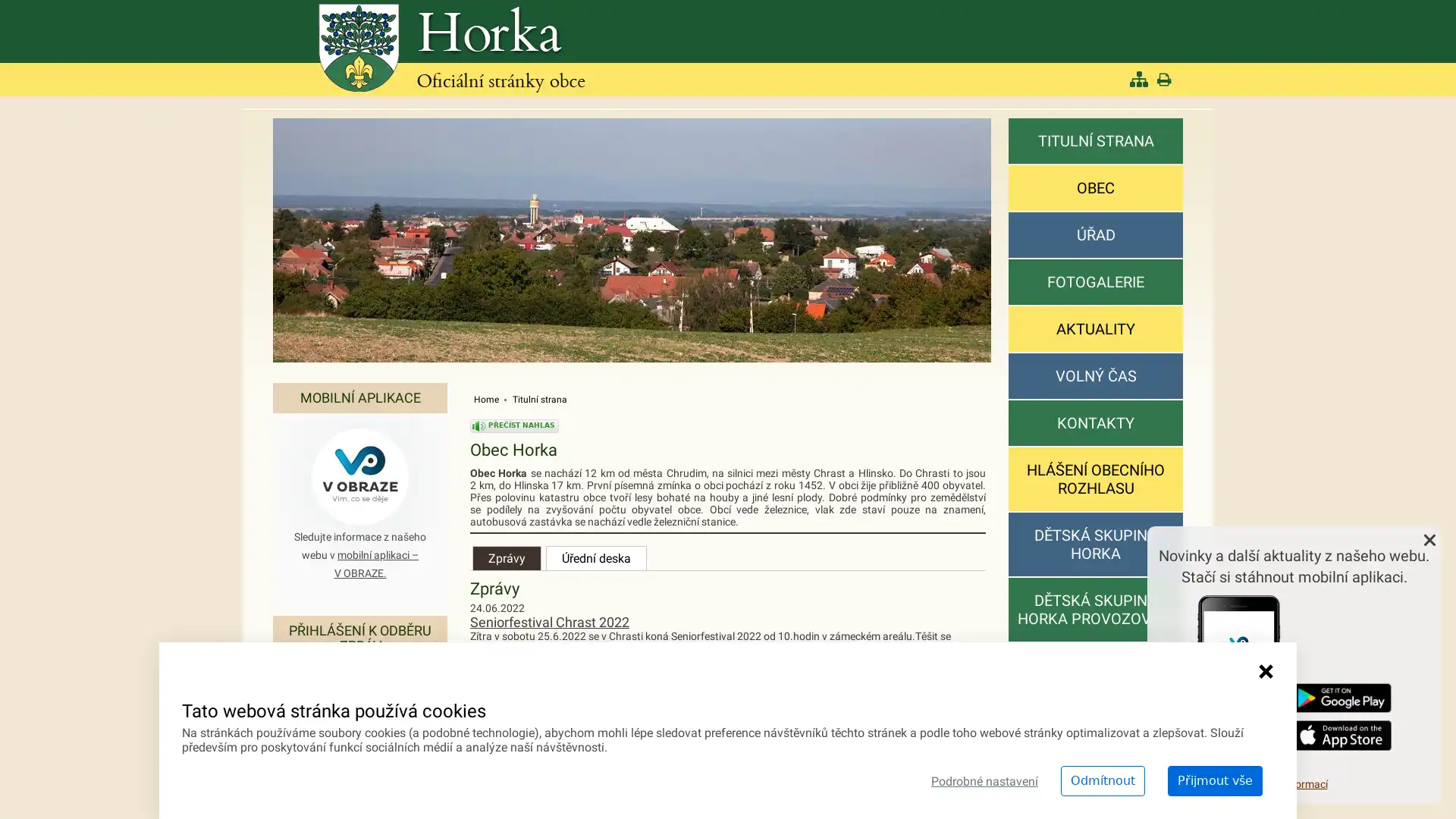 The image size is (1456, 819). Describe the element at coordinates (1215, 780) in the screenshot. I see `Prijmout vse` at that location.